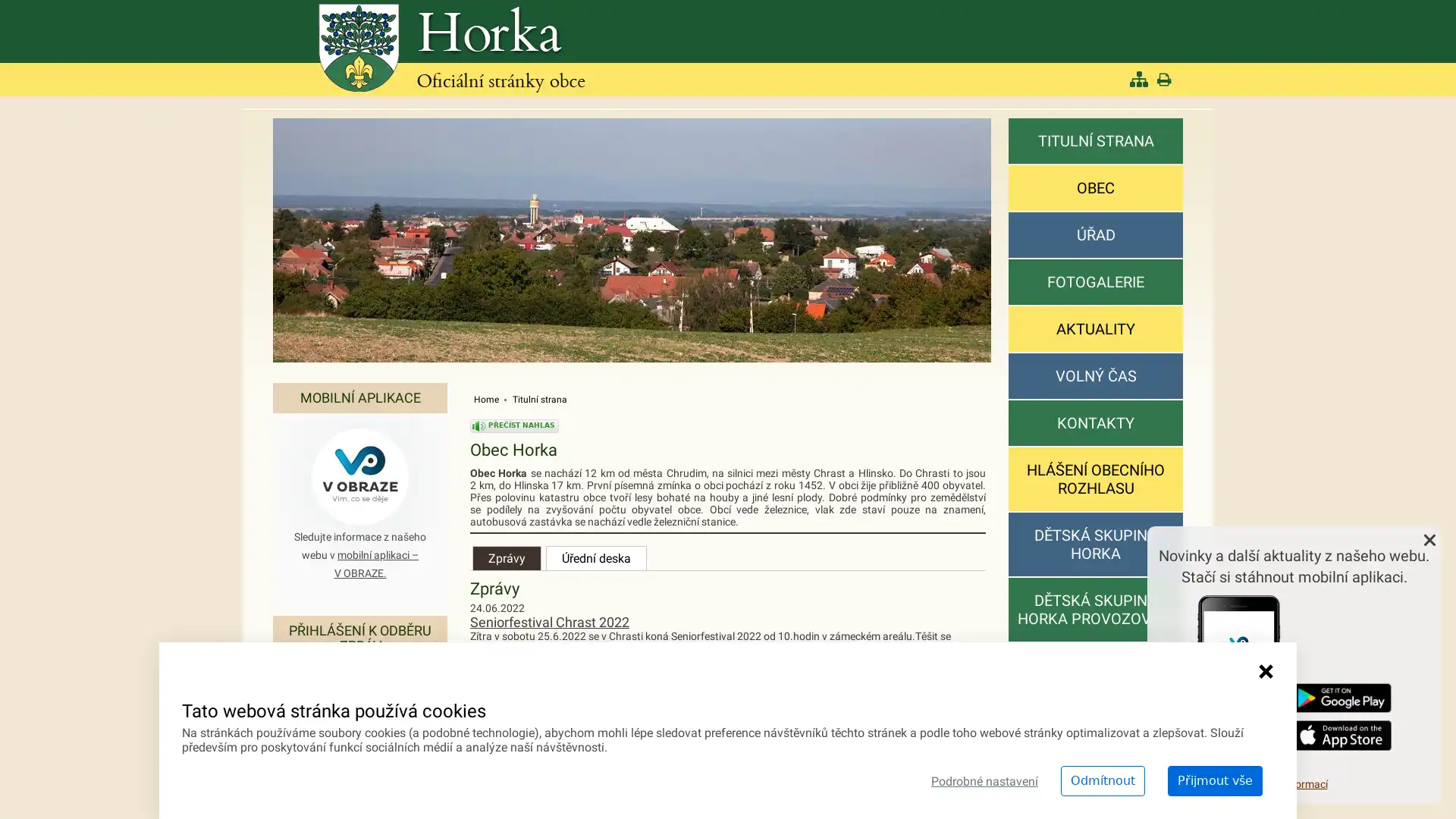 The image size is (1456, 819). Describe the element at coordinates (1215, 780) in the screenshot. I see `Prijmout vse` at that location.